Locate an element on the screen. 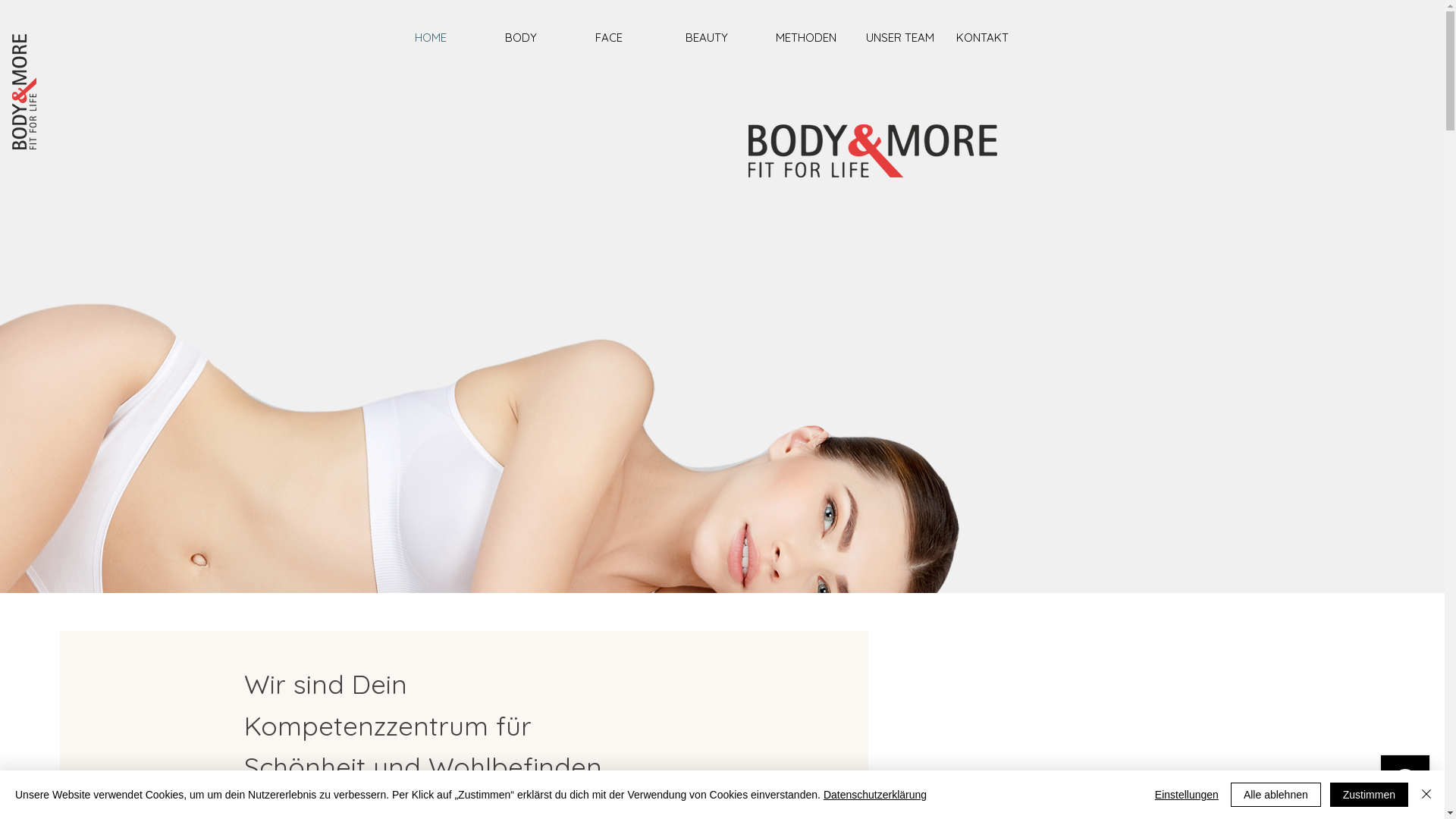  'KONTAKT' is located at coordinates (993, 37).